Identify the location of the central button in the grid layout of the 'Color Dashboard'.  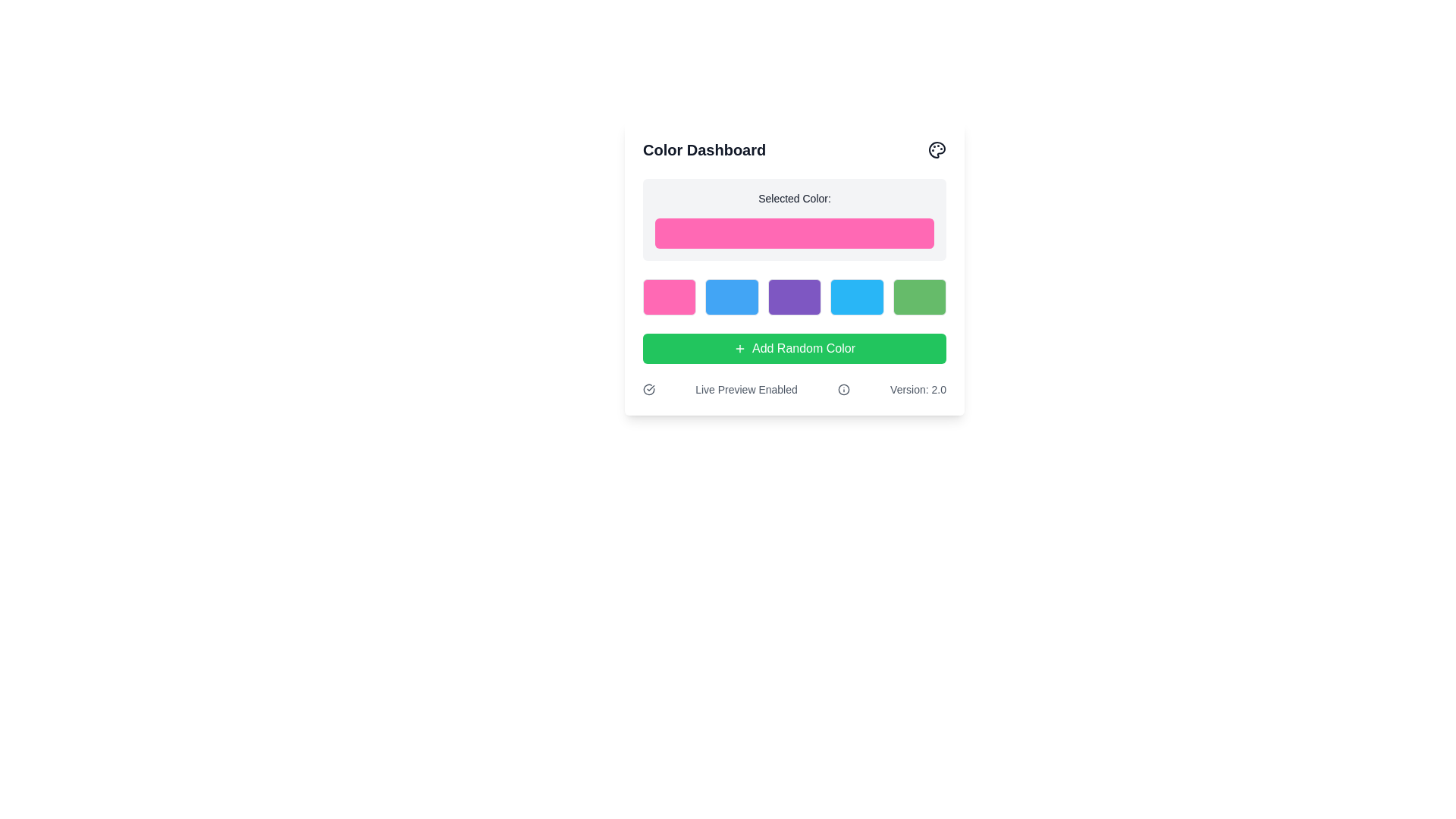
(793, 297).